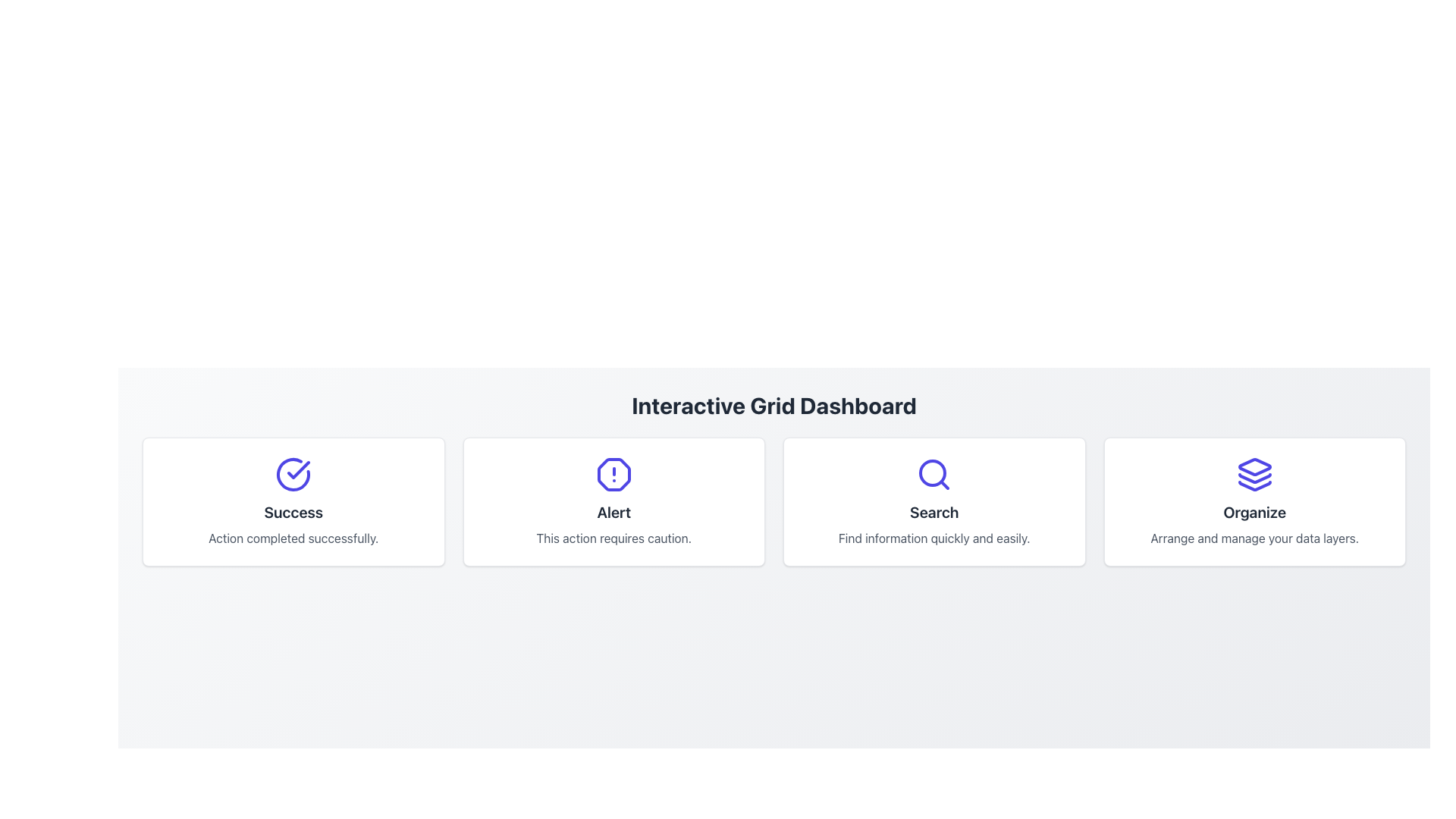  Describe the element at coordinates (1254, 479) in the screenshot. I see `middle layer of the stack icon within the 'Organize' section, located at the bottom right corner of the interface` at that location.